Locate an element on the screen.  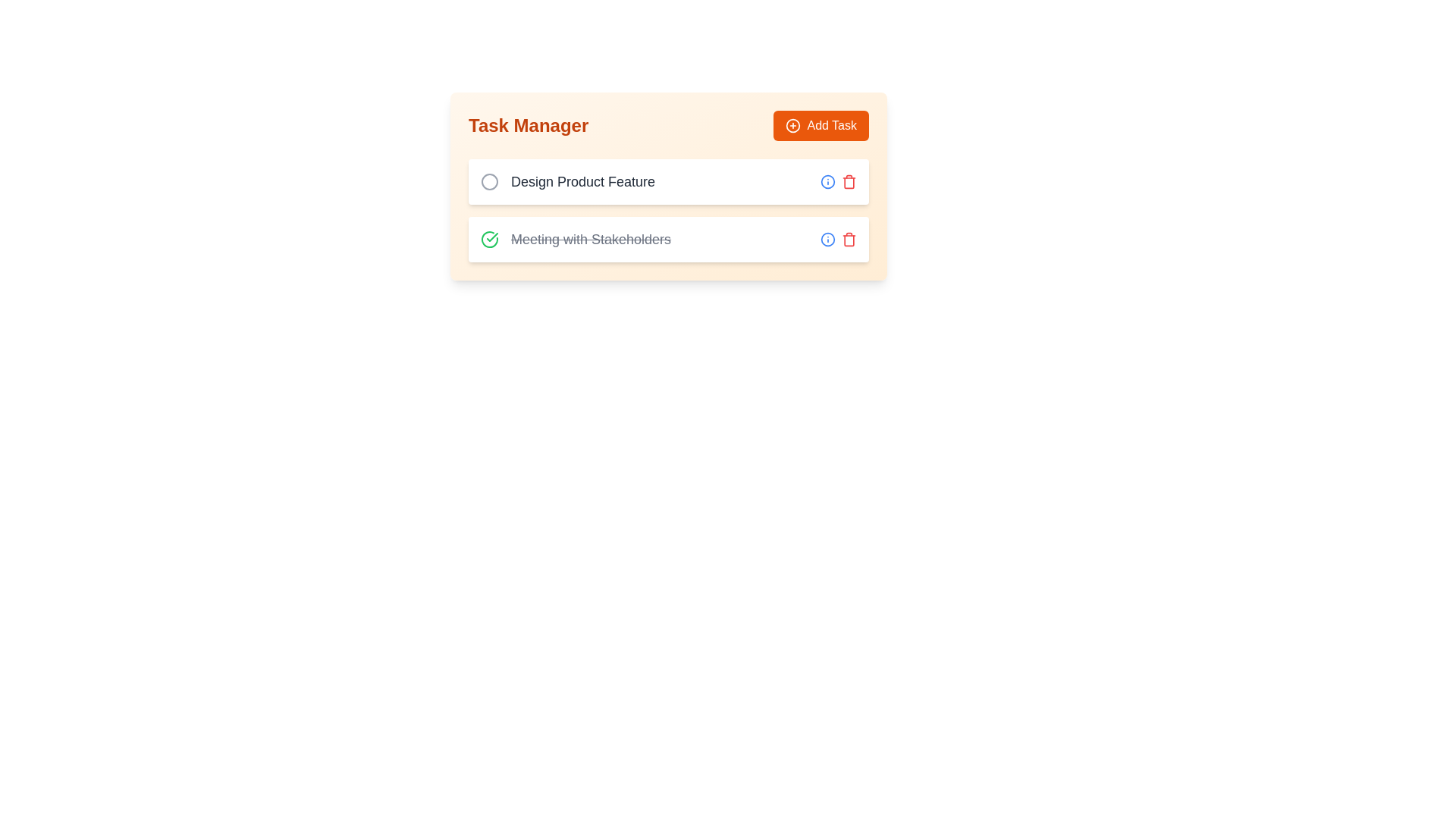
the circular status indicator located prominently next to the text 'Design Product Feature' is located at coordinates (490, 180).